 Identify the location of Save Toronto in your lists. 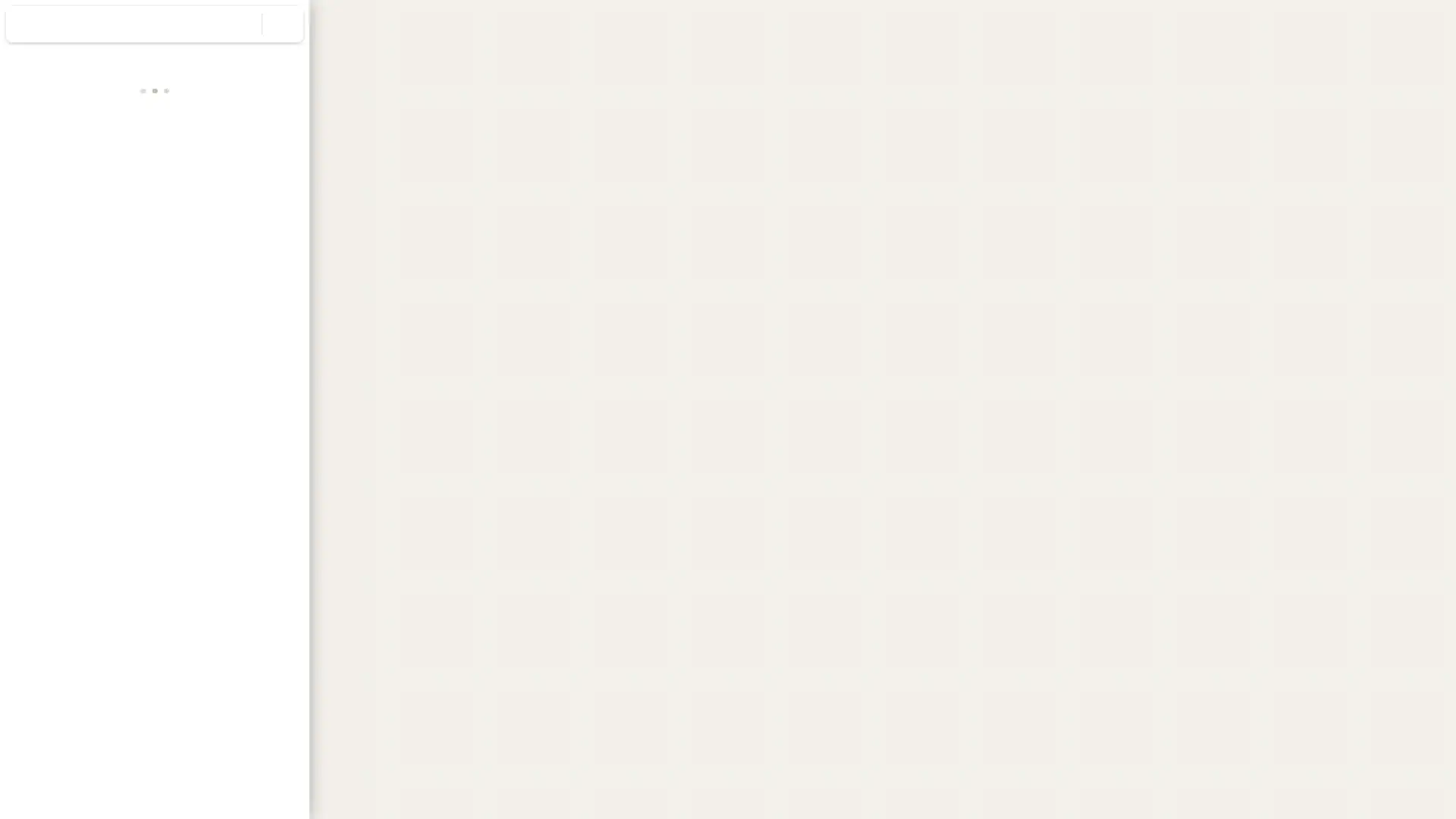
(98, 289).